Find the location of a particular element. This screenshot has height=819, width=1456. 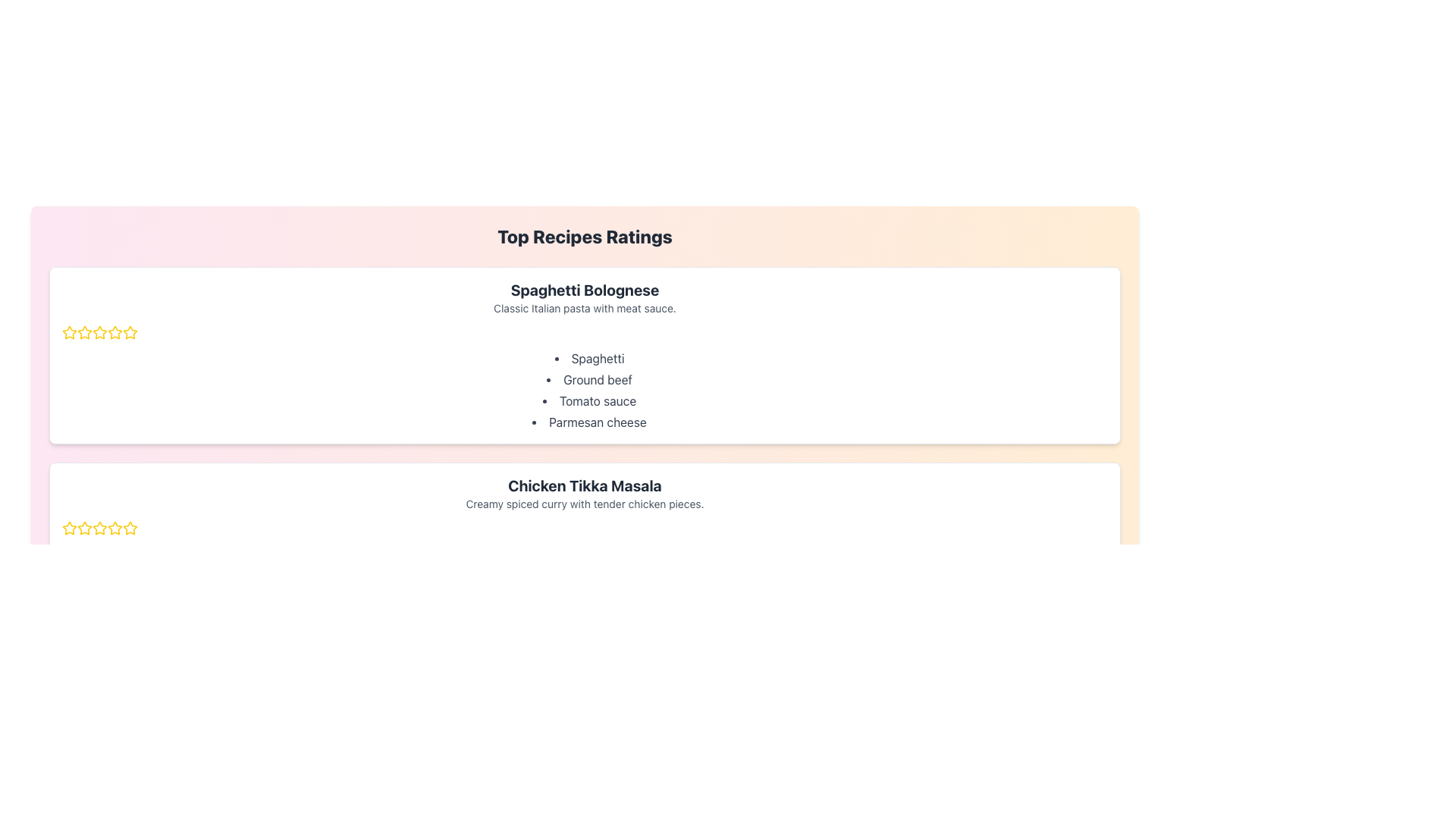

the first star in the rating system for the 'Chicken Tikka Masala' section is located at coordinates (83, 527).